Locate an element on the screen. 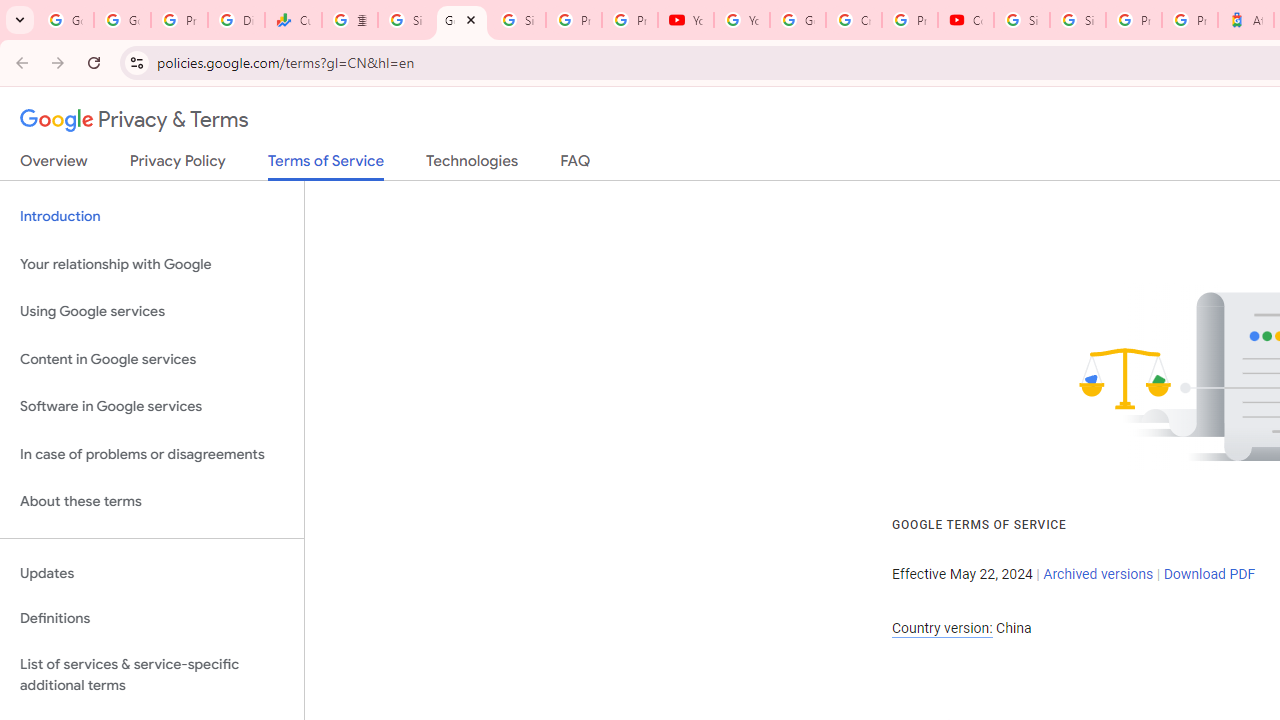 The height and width of the screenshot is (720, 1280). 'Google Account Help' is located at coordinates (797, 20).